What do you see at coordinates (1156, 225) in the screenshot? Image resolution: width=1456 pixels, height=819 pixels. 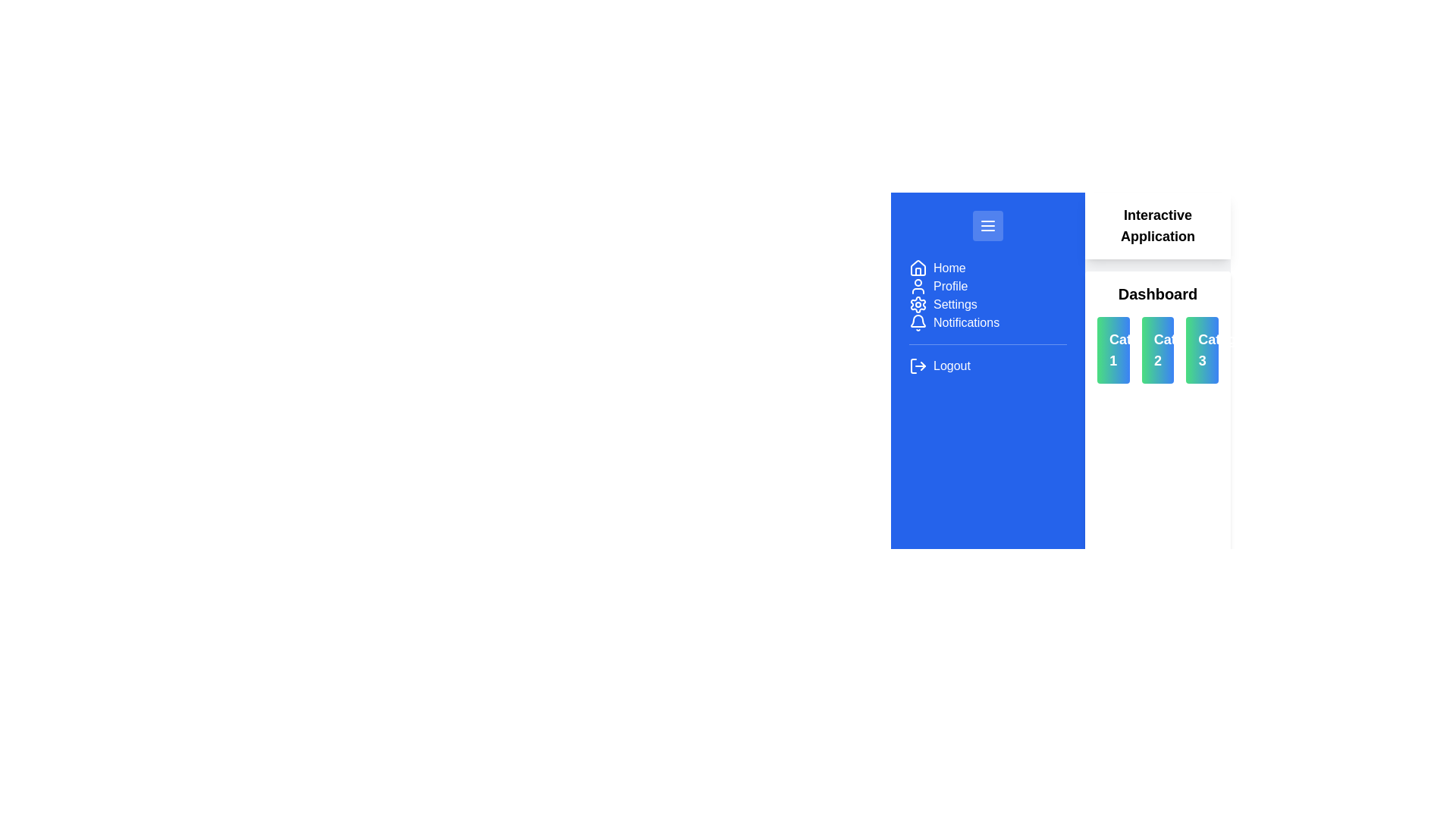 I see `the header text label located in the top-right section of the interface, which provides context for the dashboard content below` at bounding box center [1156, 225].